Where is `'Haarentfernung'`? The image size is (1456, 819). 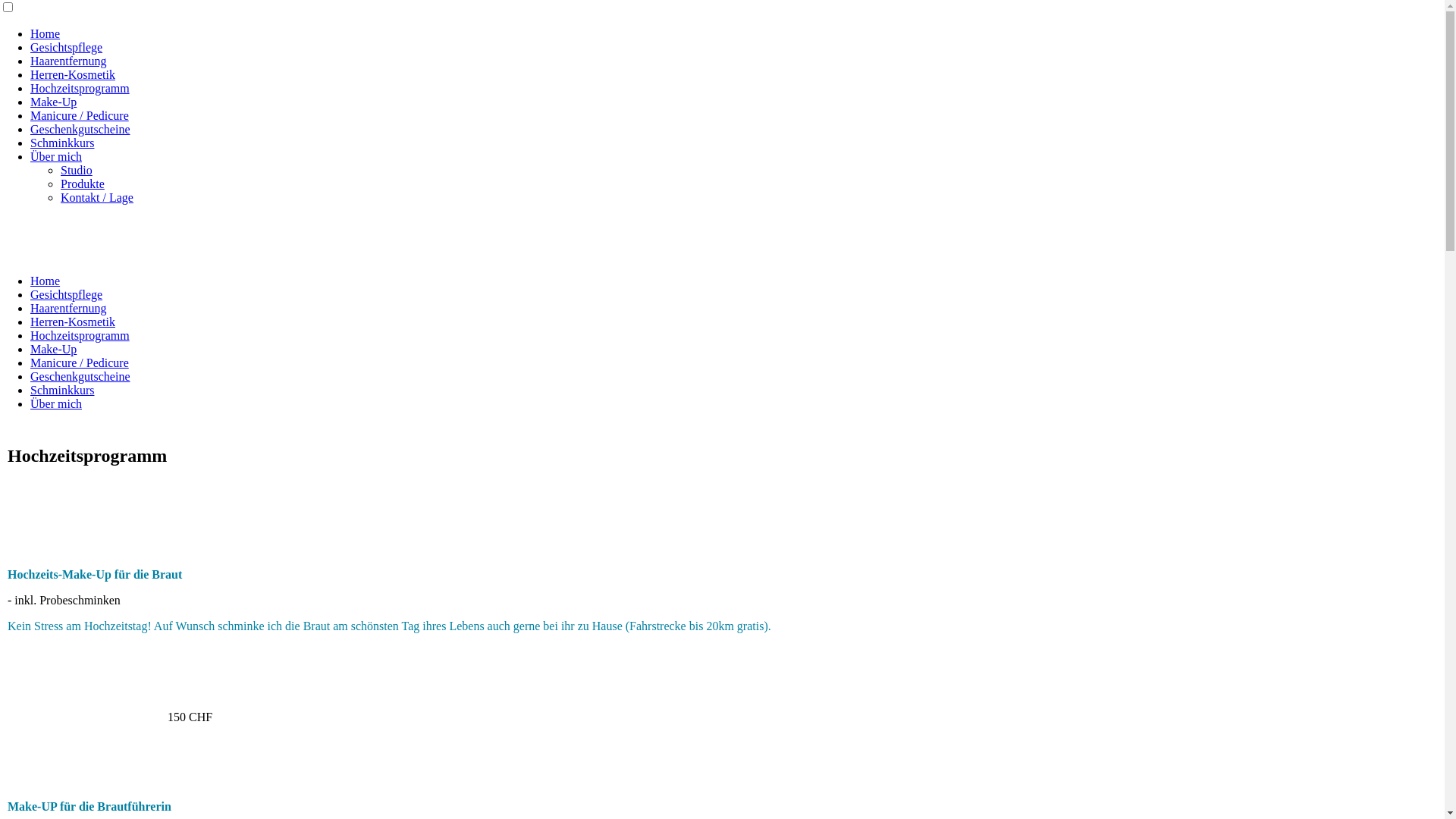 'Haarentfernung' is located at coordinates (67, 60).